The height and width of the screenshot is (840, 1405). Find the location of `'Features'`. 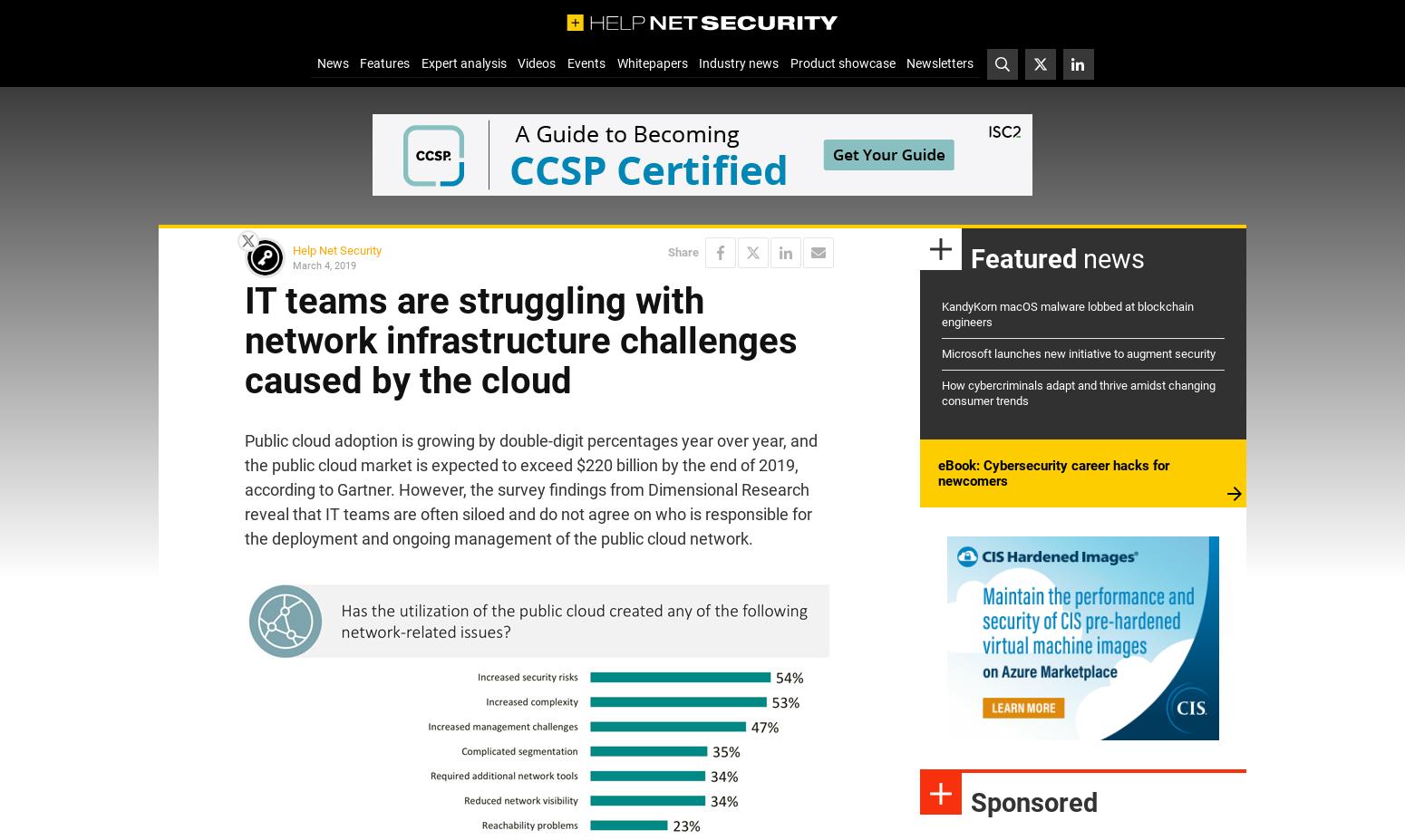

'Features' is located at coordinates (384, 62).